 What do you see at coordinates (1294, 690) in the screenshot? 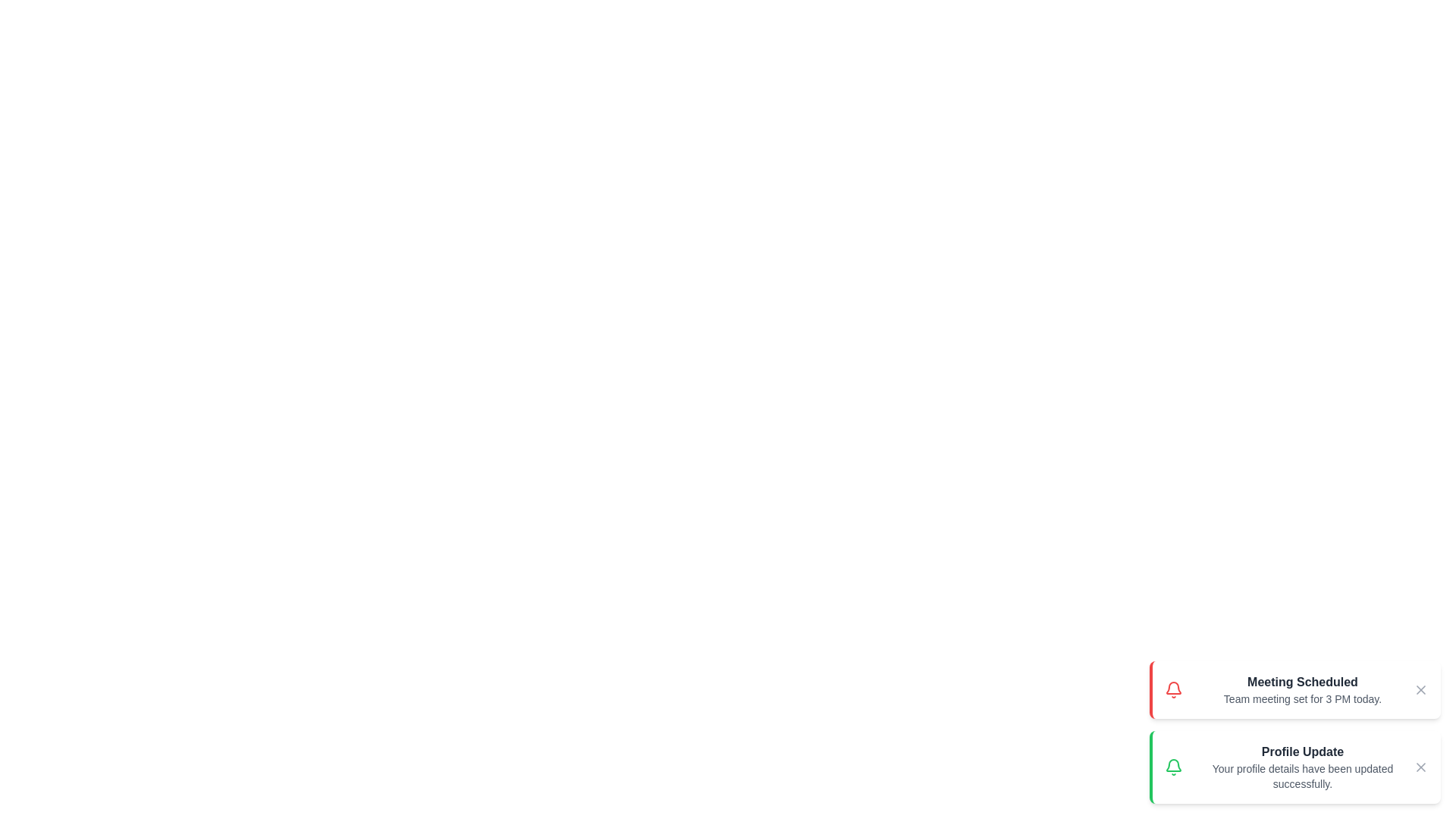
I see `the title and description of a notification by selecting 1` at bounding box center [1294, 690].